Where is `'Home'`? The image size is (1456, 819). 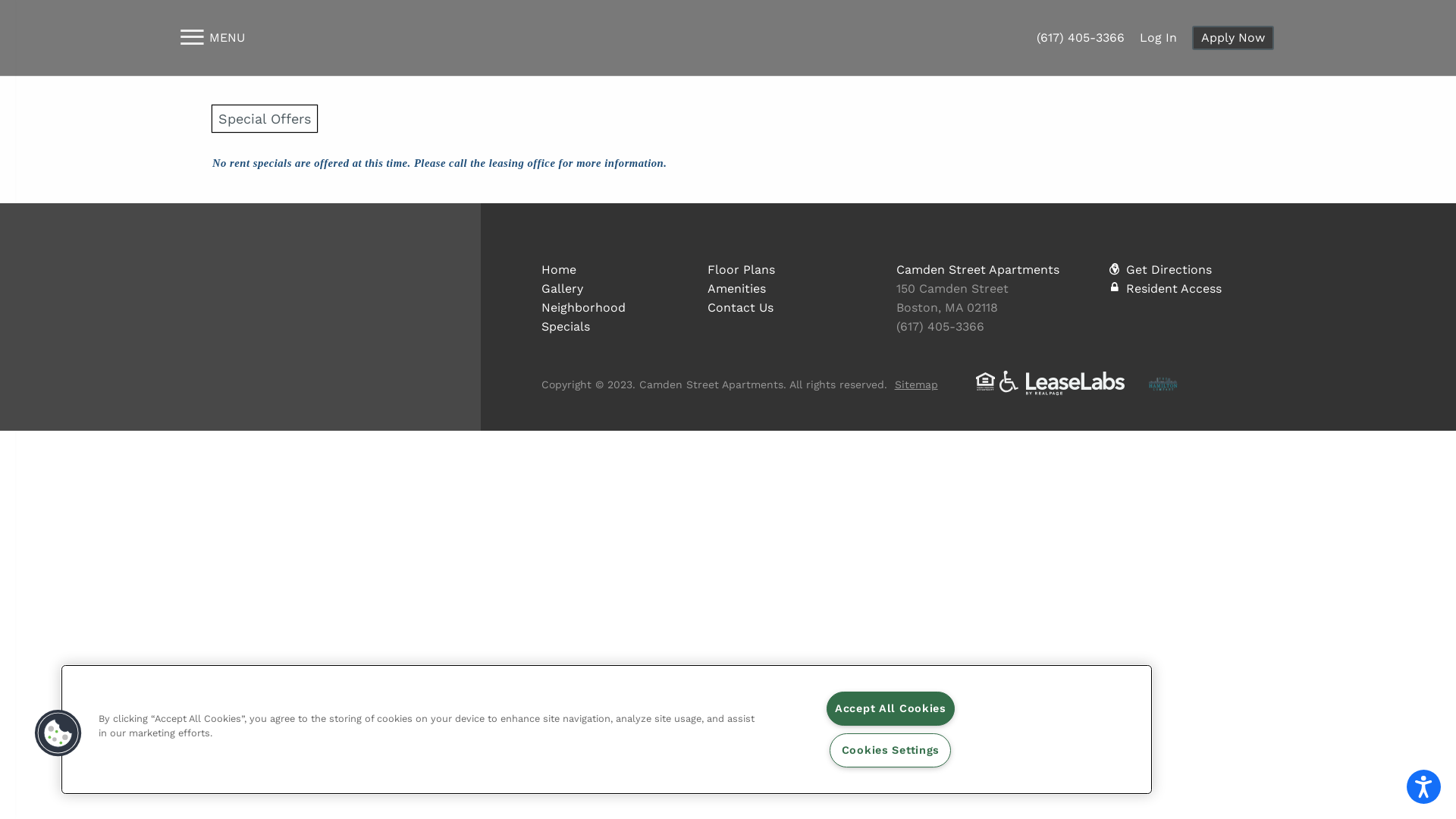 'Home' is located at coordinates (541, 268).